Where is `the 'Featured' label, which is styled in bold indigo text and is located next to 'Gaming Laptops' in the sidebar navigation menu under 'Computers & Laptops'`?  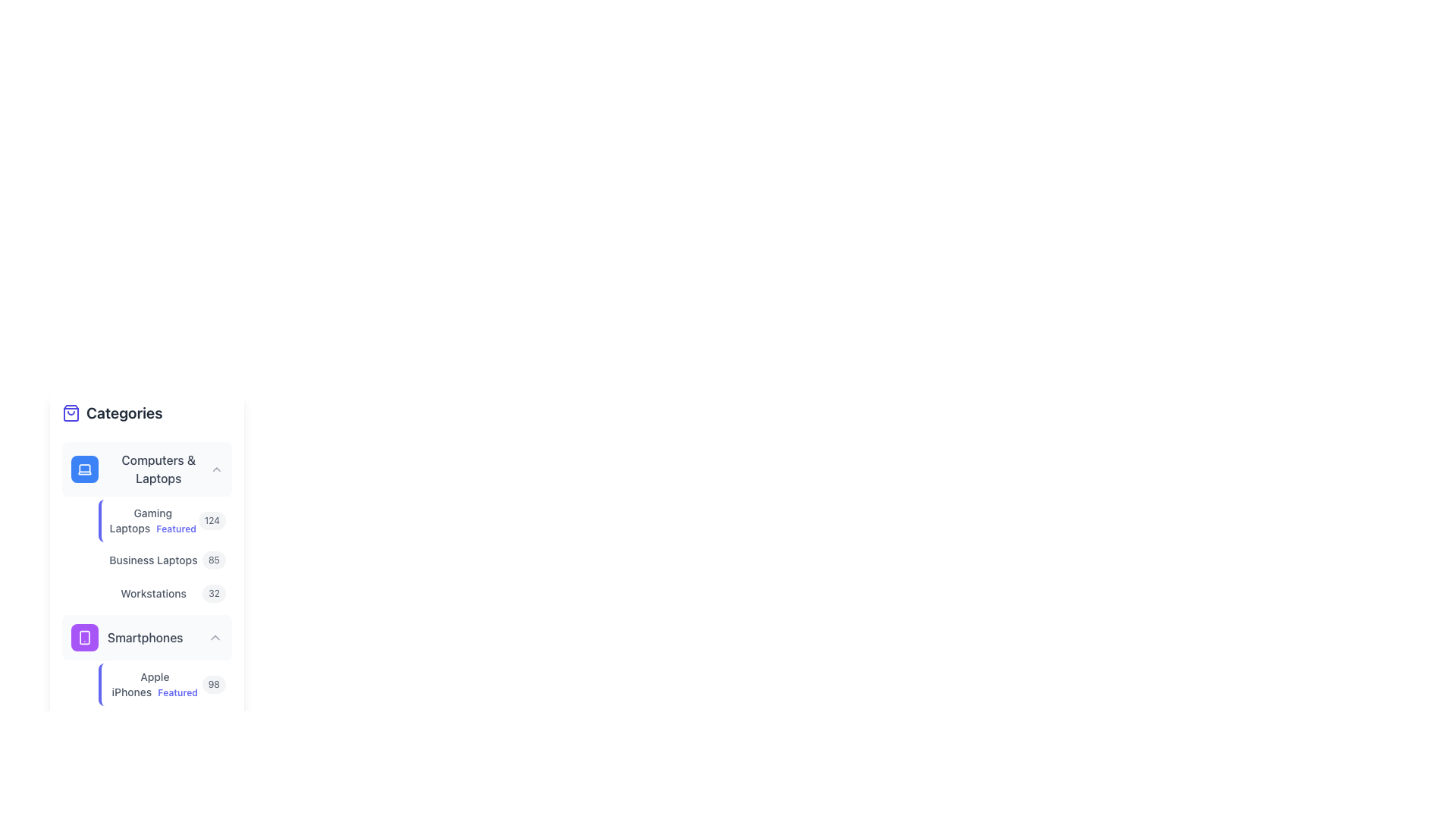 the 'Featured' label, which is styled in bold indigo text and is located next to 'Gaming Laptops' in the sidebar navigation menu under 'Computers & Laptops' is located at coordinates (176, 528).